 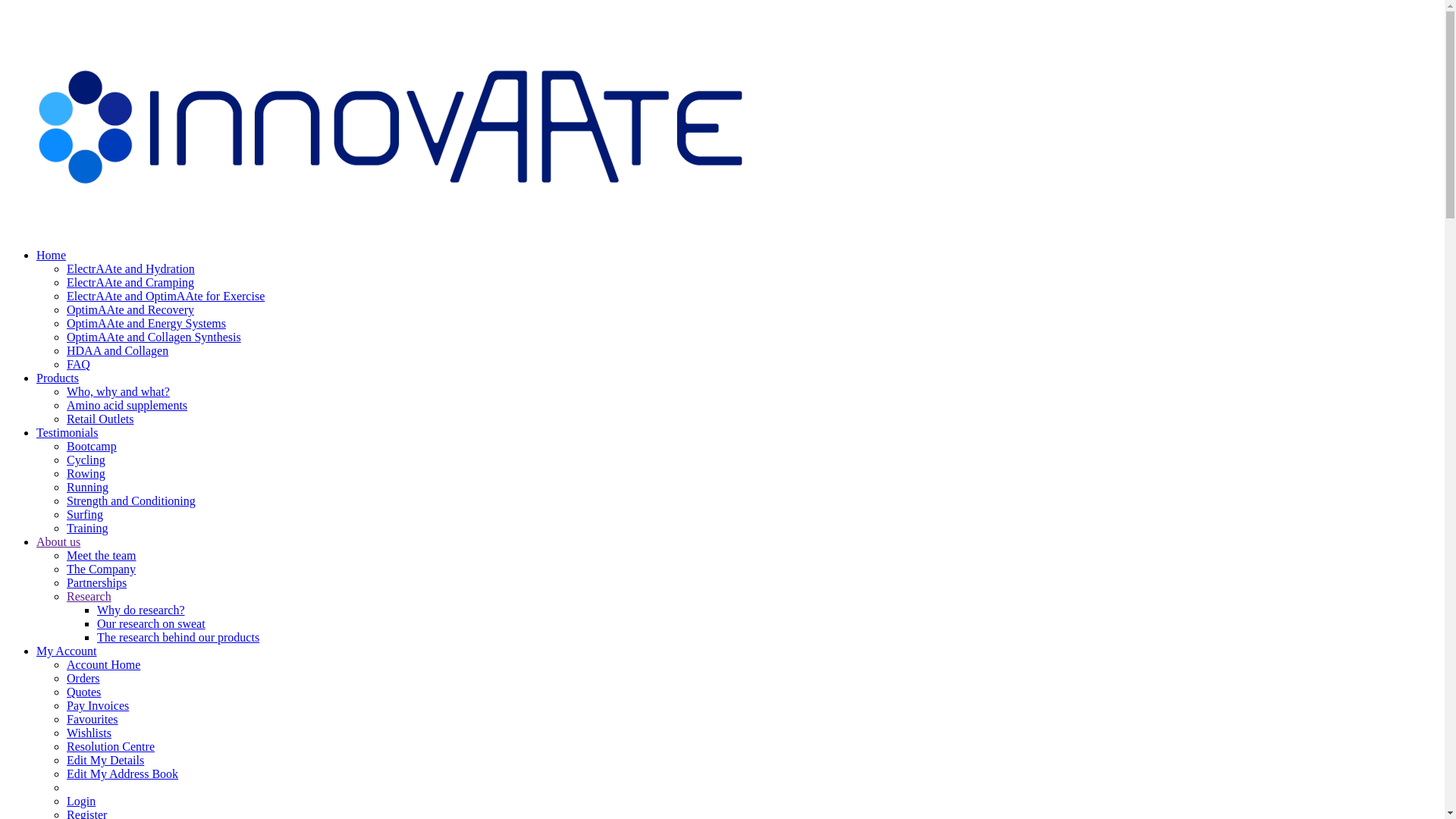 What do you see at coordinates (99, 419) in the screenshot?
I see `'Retail Outlets'` at bounding box center [99, 419].